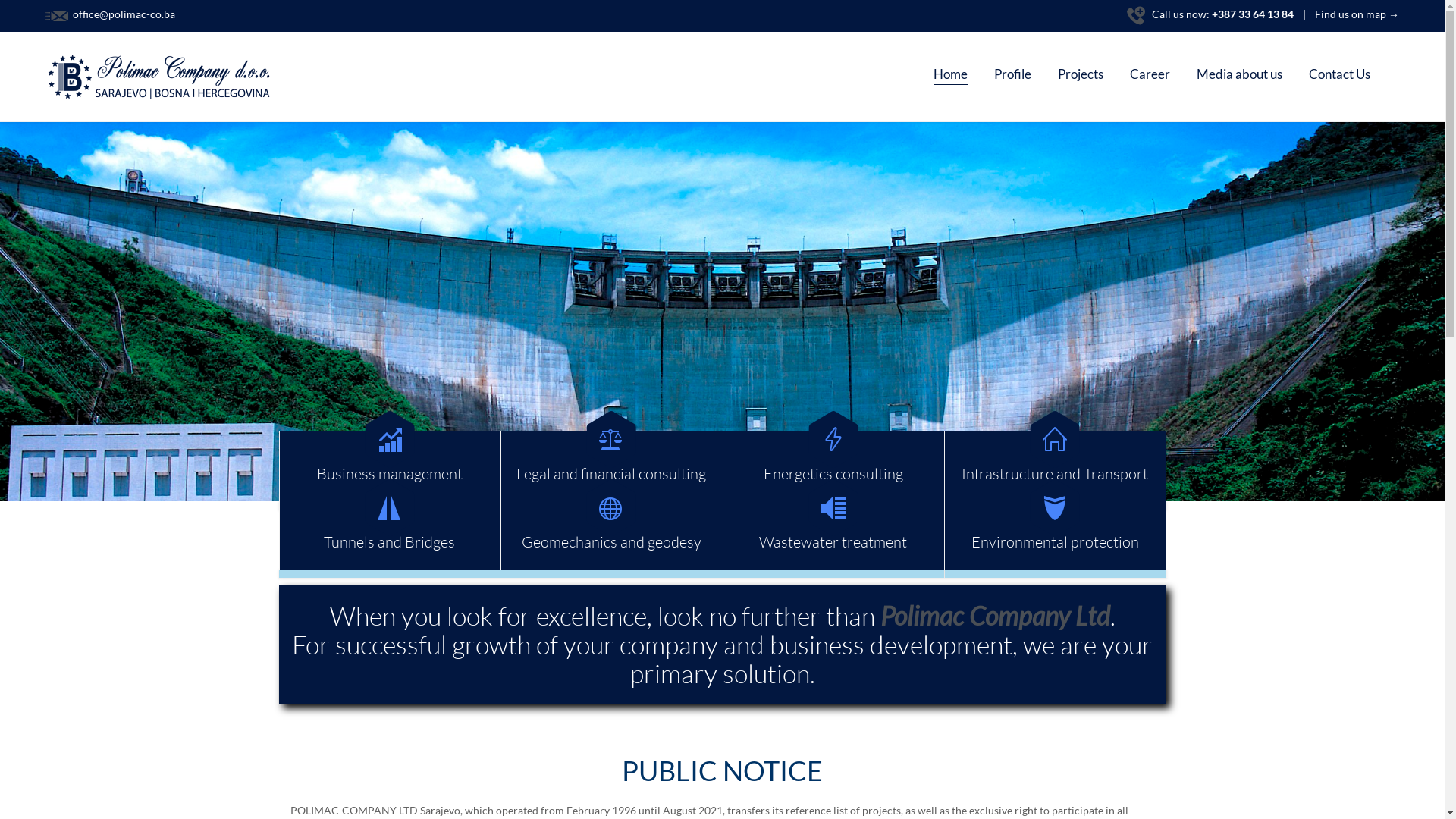  What do you see at coordinates (932, 74) in the screenshot?
I see `'Home'` at bounding box center [932, 74].